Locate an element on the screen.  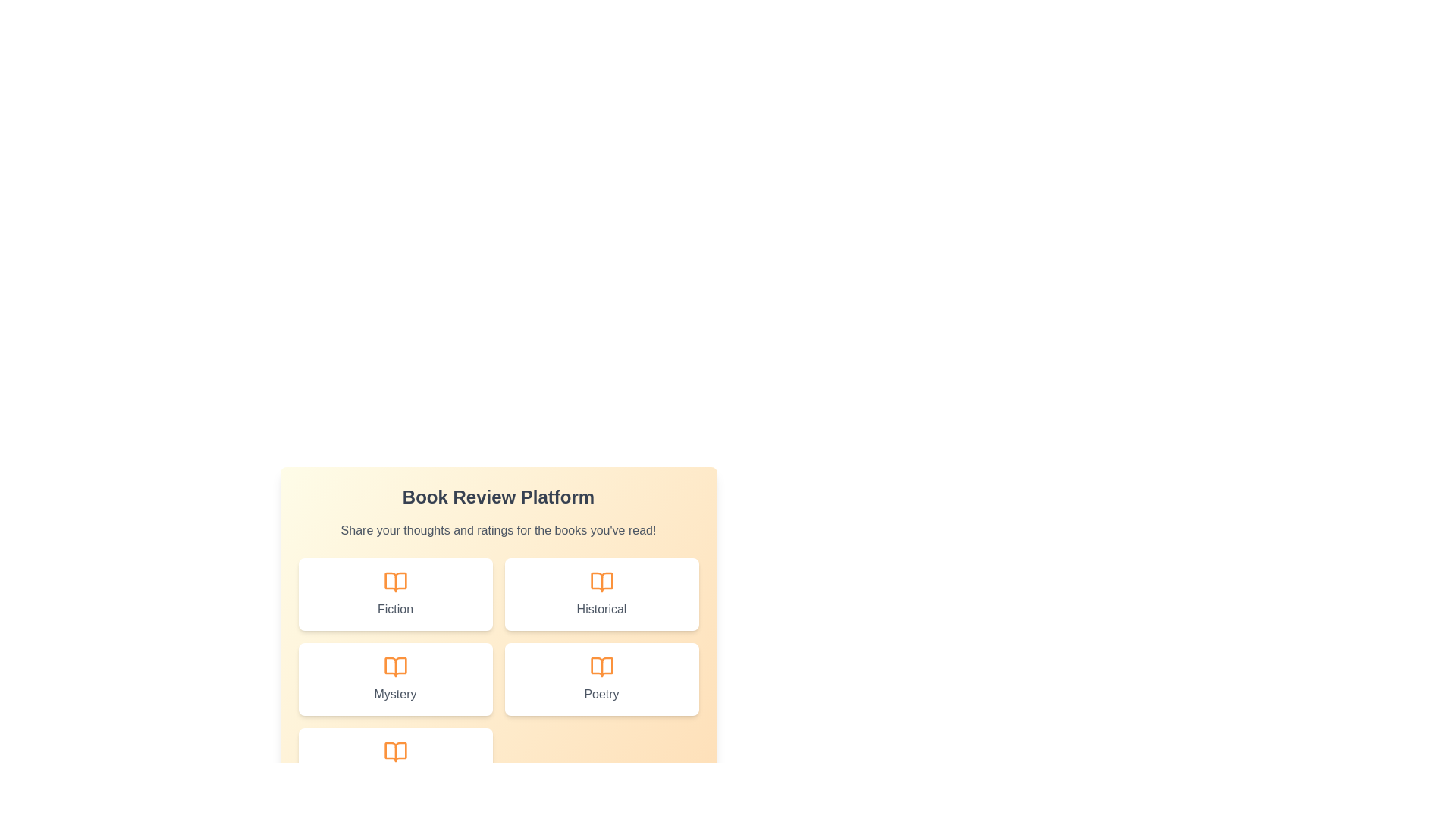
the interactive card with an orange book icon and gray text labeled 'Poetry' located at the bottom-right of the 2x3 grid is located at coordinates (601, 678).